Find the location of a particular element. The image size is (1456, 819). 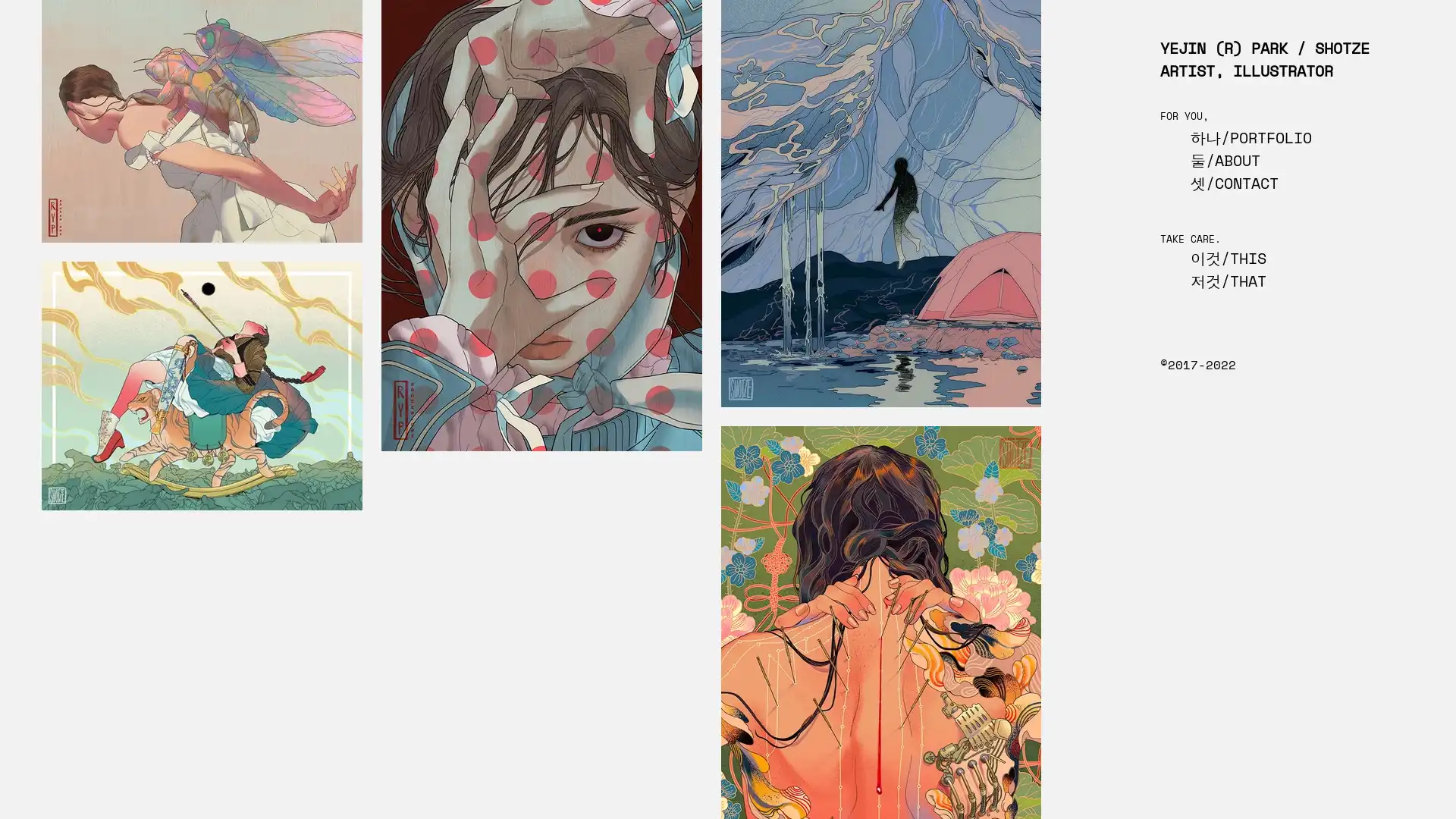

TIGER (THE HUNTER) is located at coordinates (201, 385).